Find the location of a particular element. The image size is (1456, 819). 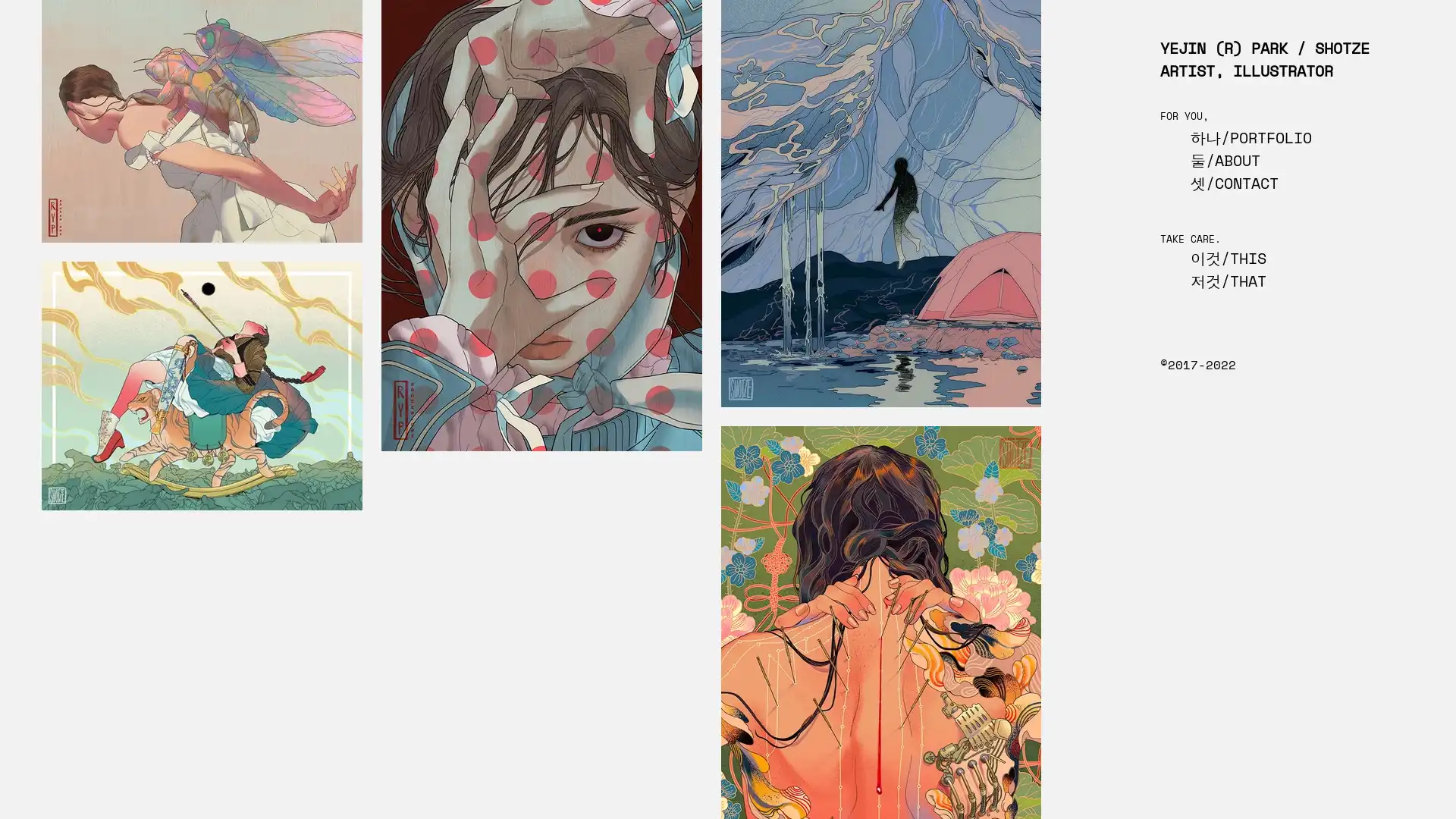

TIGER (THE HUNTER) is located at coordinates (201, 385).